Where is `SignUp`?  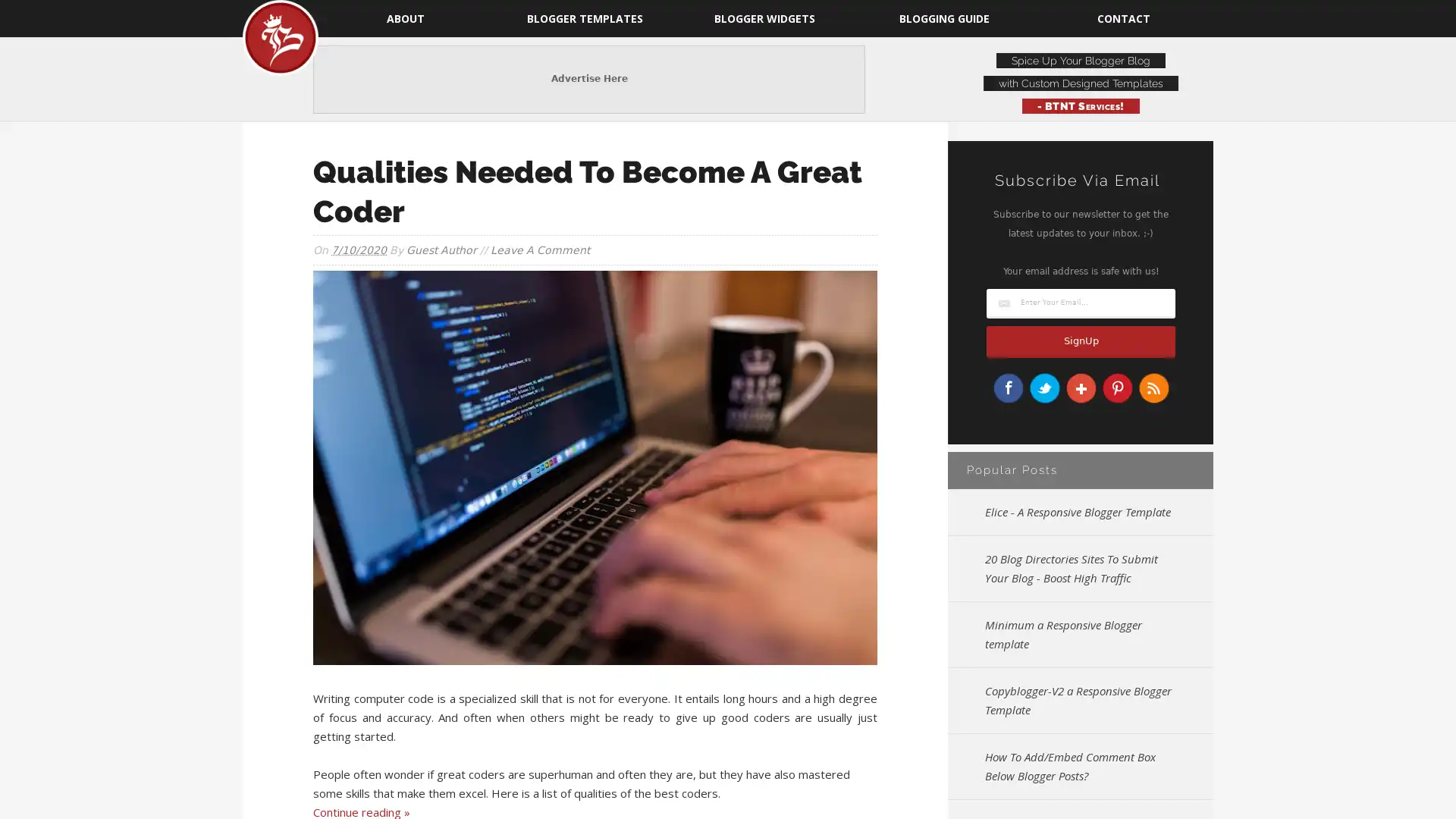 SignUp is located at coordinates (1080, 342).